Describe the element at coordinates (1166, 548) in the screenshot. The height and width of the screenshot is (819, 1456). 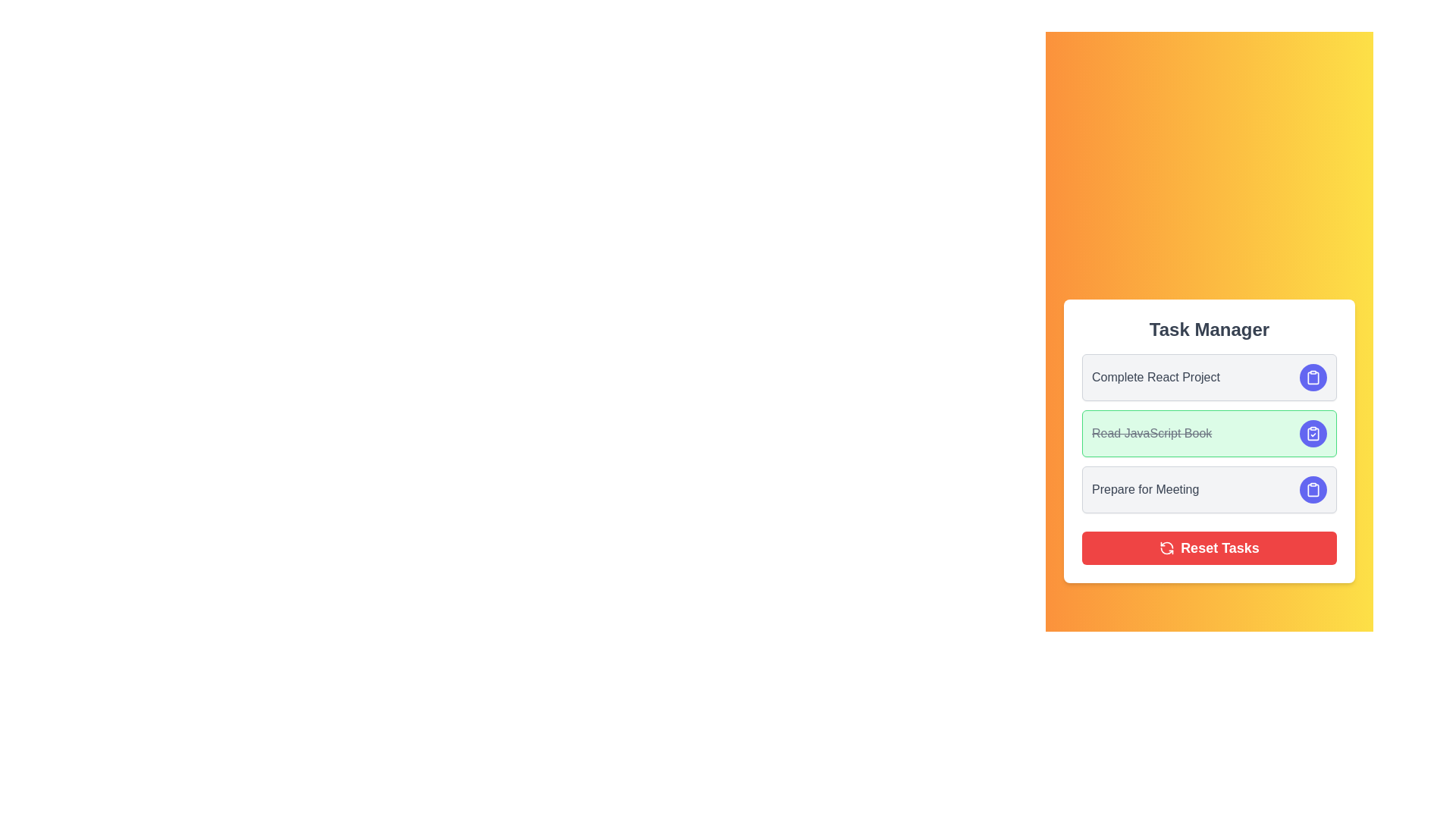
I see `the SVG icon representing the refresh or reset symbol` at that location.